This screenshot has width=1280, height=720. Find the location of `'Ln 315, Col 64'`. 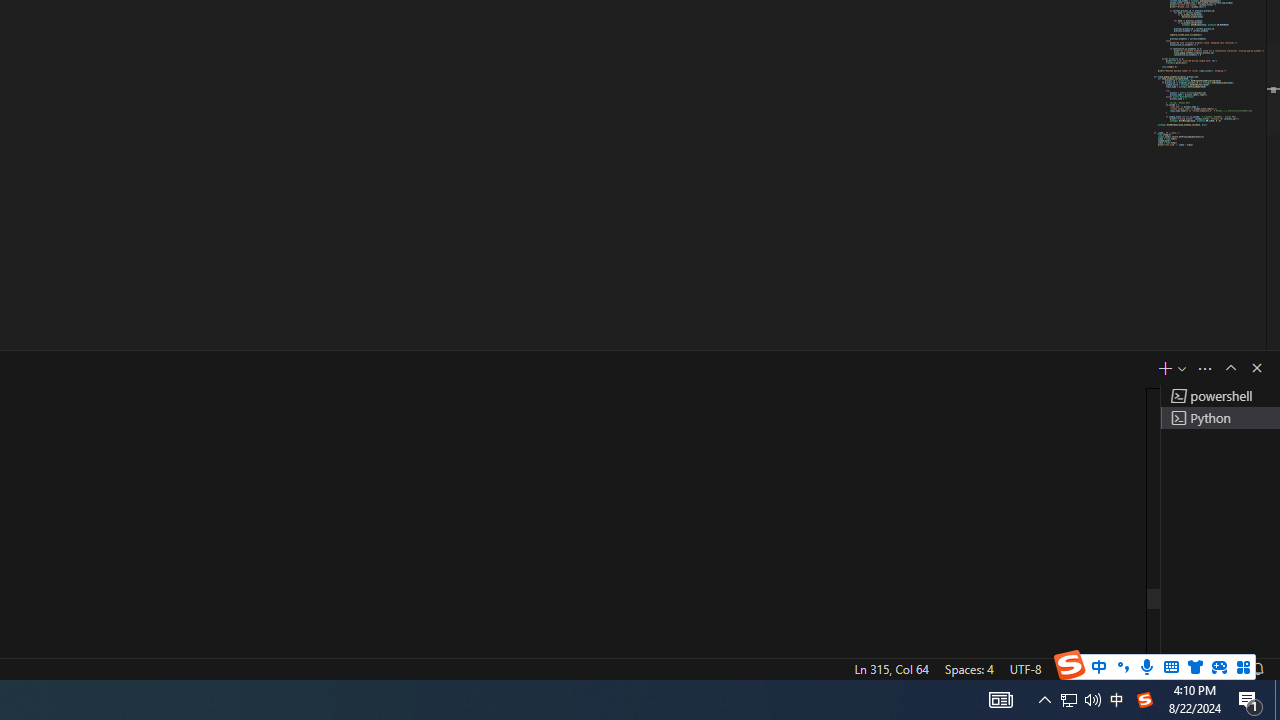

'Ln 315, Col 64' is located at coordinates (890, 668).